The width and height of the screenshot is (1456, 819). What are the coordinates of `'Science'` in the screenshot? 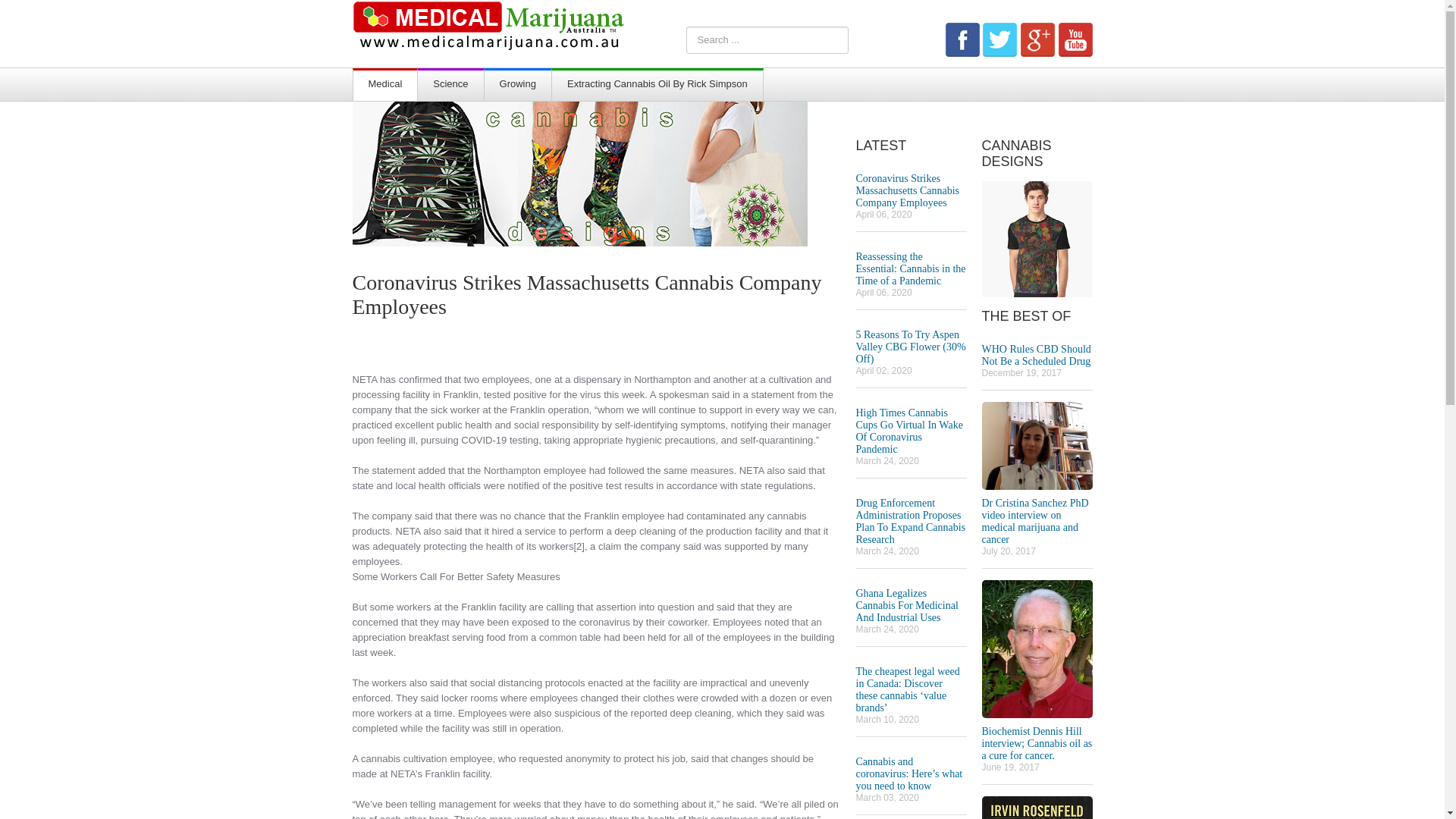 It's located at (418, 85).